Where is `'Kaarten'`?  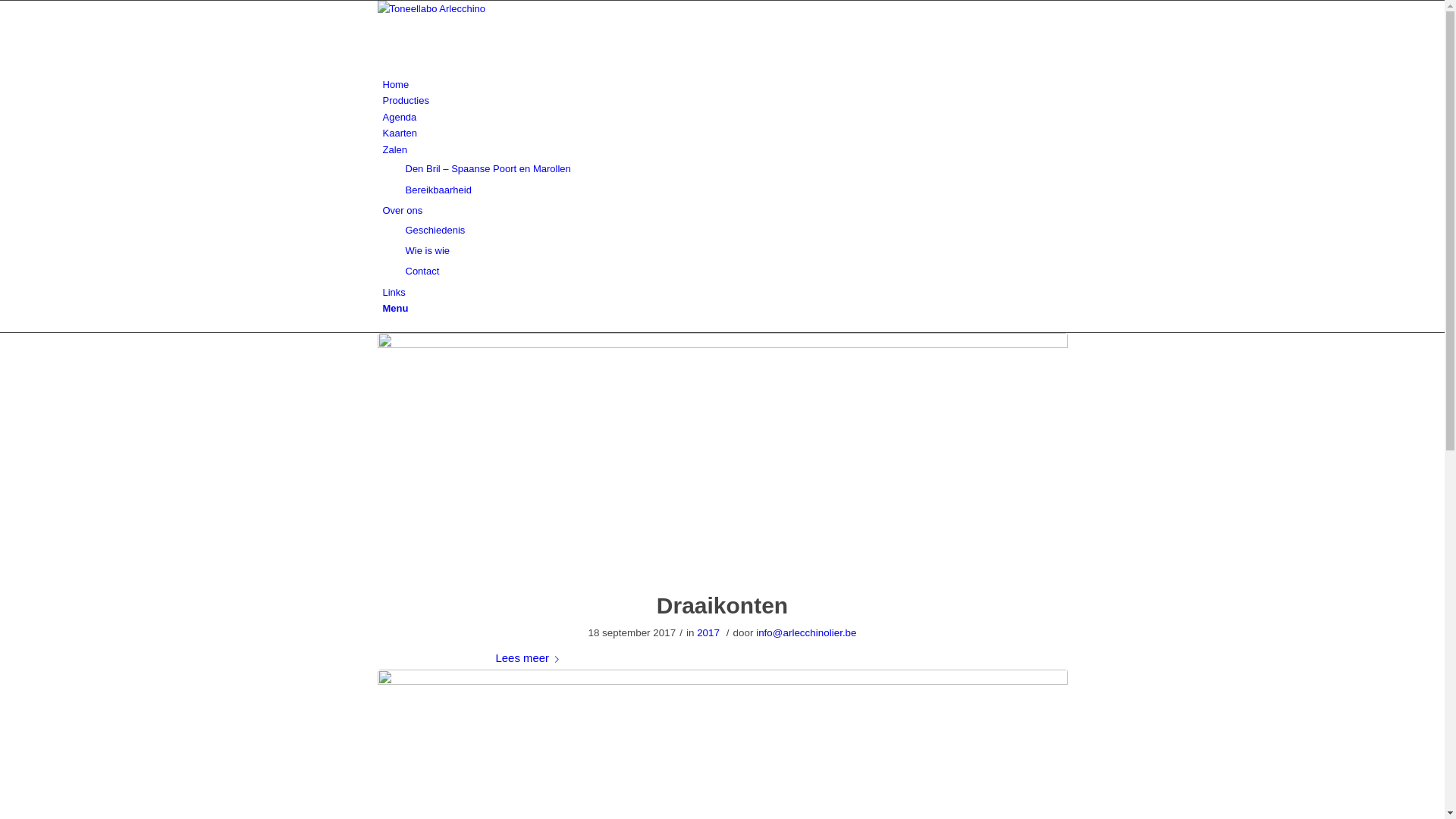
'Kaarten' is located at coordinates (400, 132).